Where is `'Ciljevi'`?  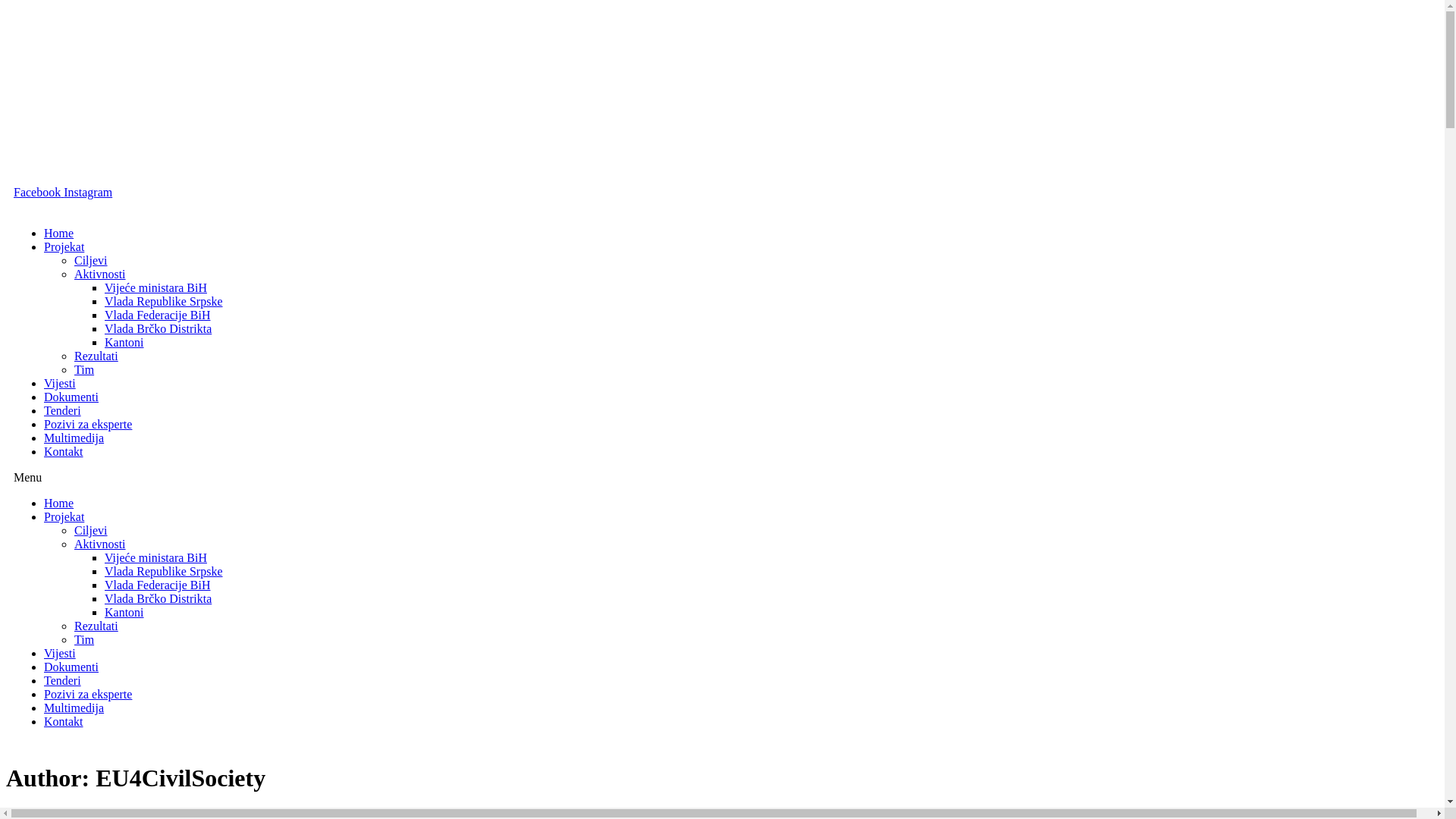 'Ciljevi' is located at coordinates (73, 529).